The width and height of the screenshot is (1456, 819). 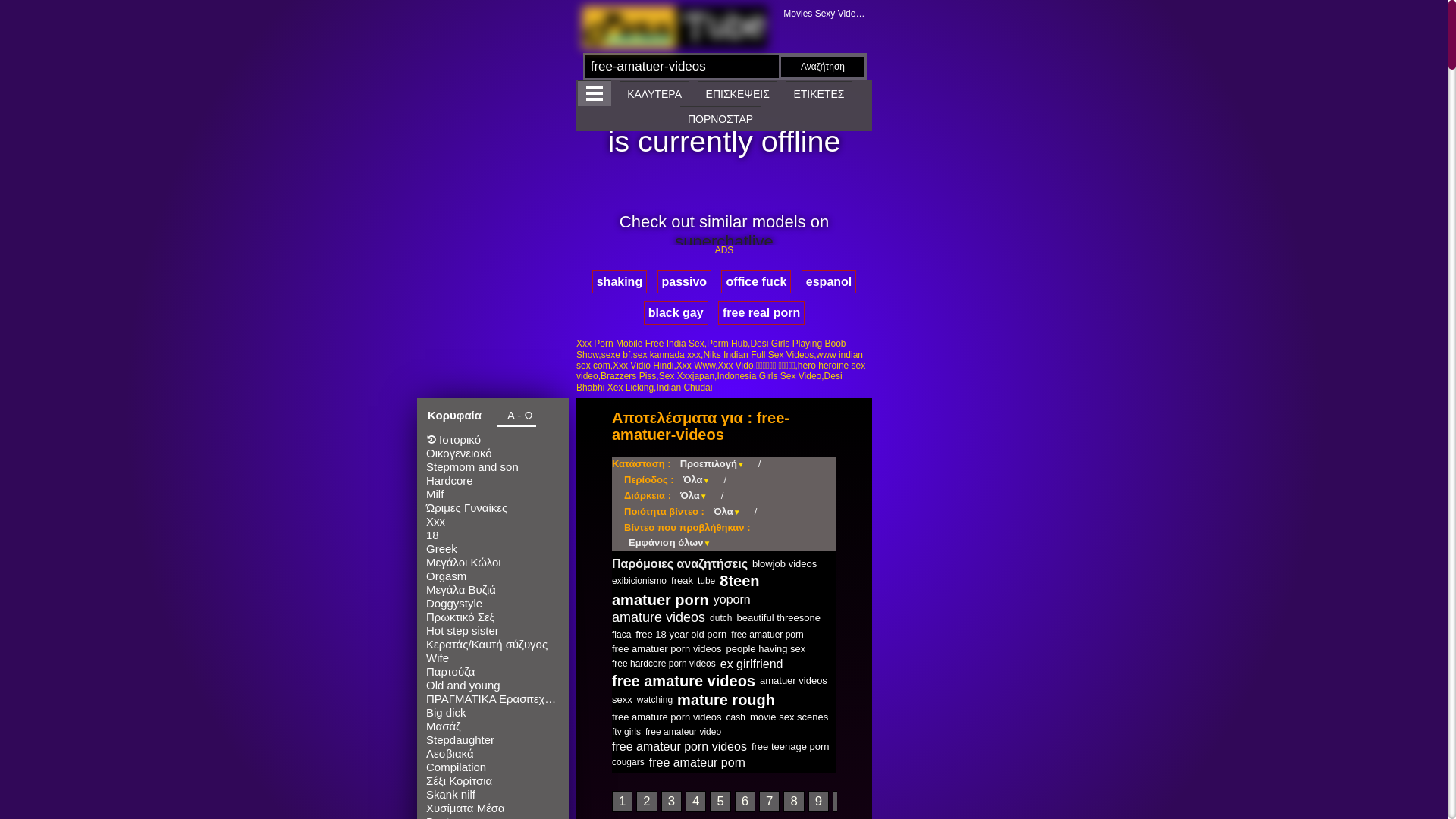 I want to click on 'cash', so click(x=736, y=717).